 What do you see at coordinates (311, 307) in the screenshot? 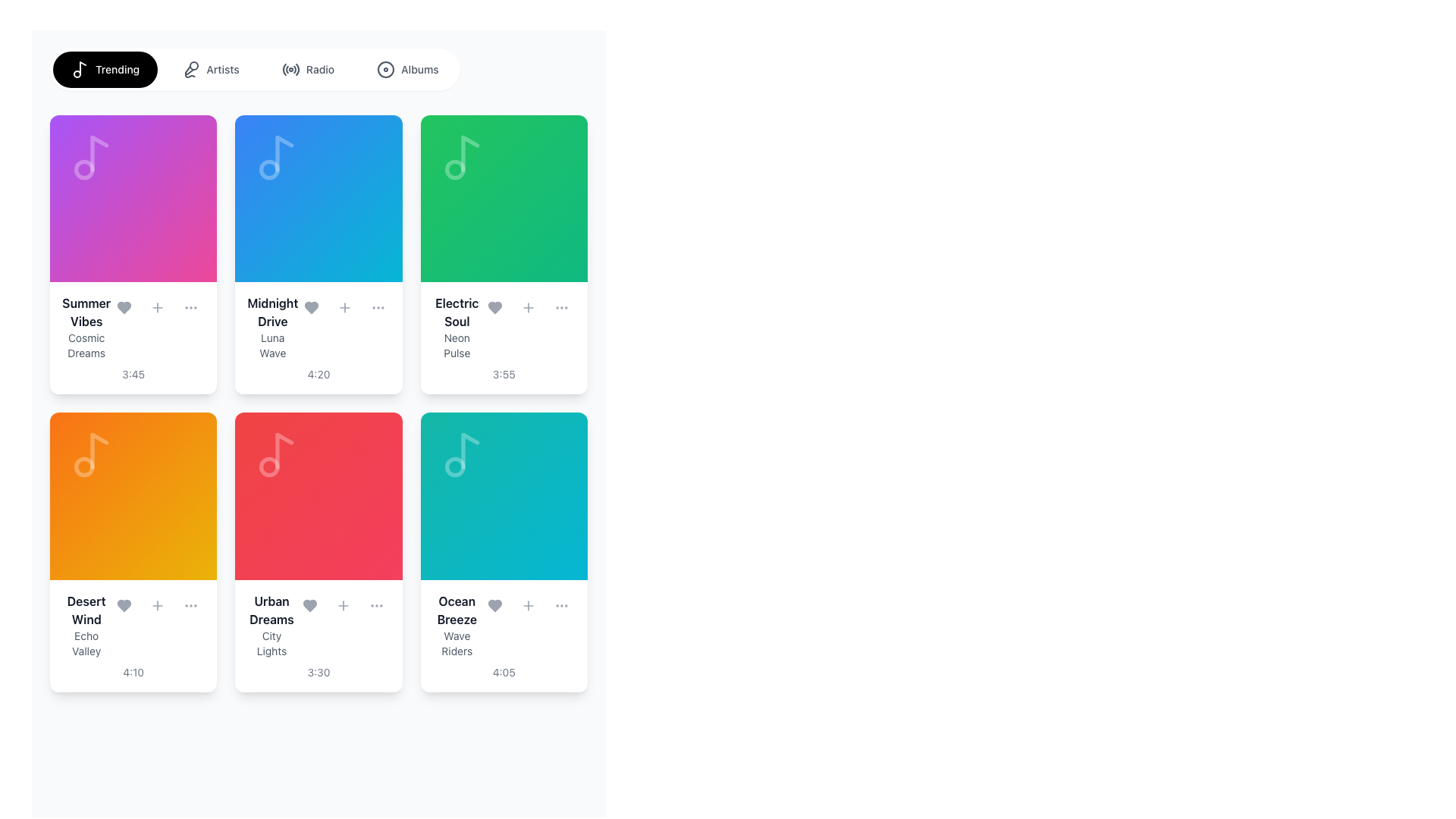
I see `the heart icon button located in the second card of the first row in the grid layout` at bounding box center [311, 307].